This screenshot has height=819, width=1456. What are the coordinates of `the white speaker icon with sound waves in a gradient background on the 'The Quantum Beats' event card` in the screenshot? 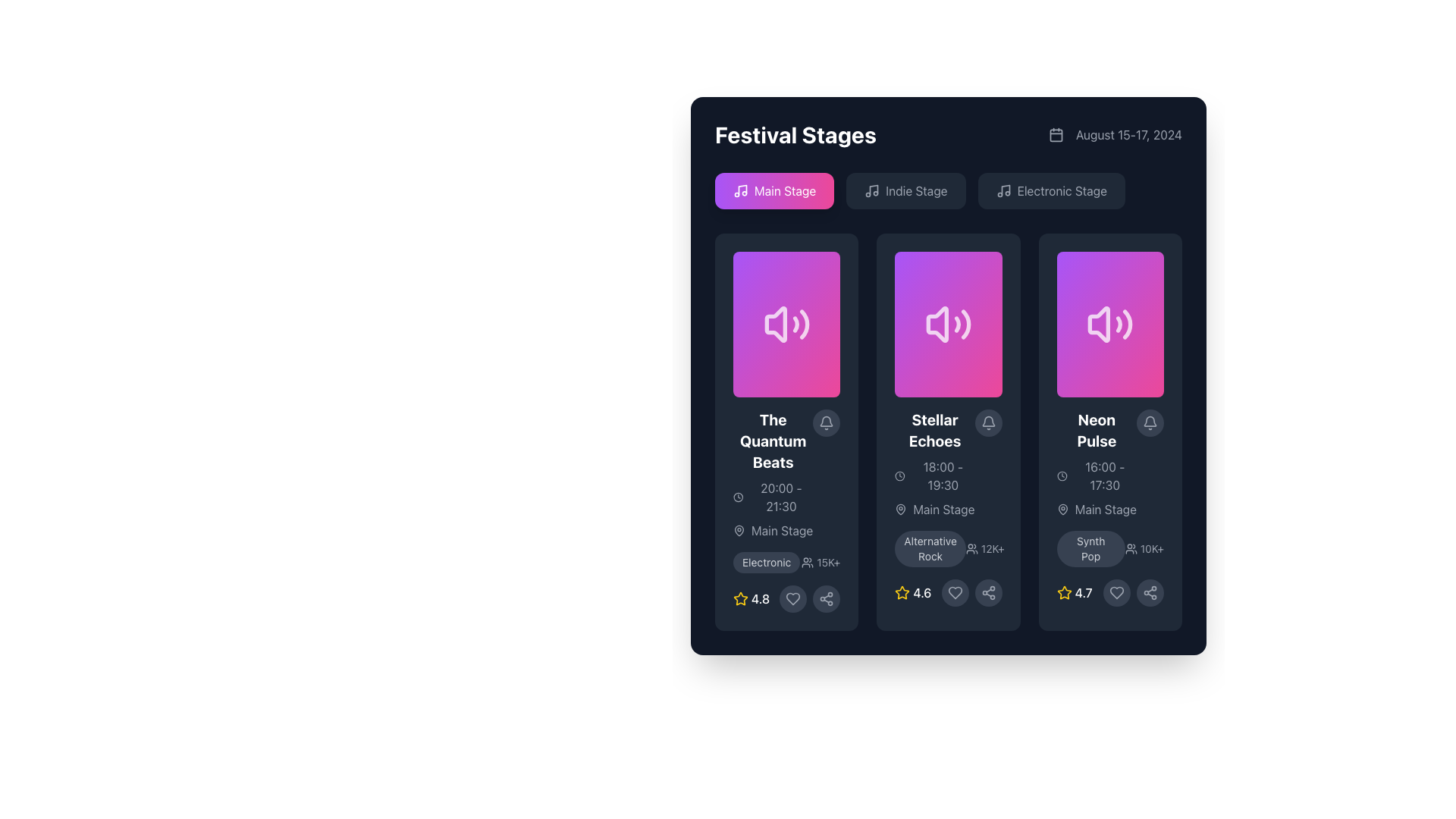 It's located at (786, 324).